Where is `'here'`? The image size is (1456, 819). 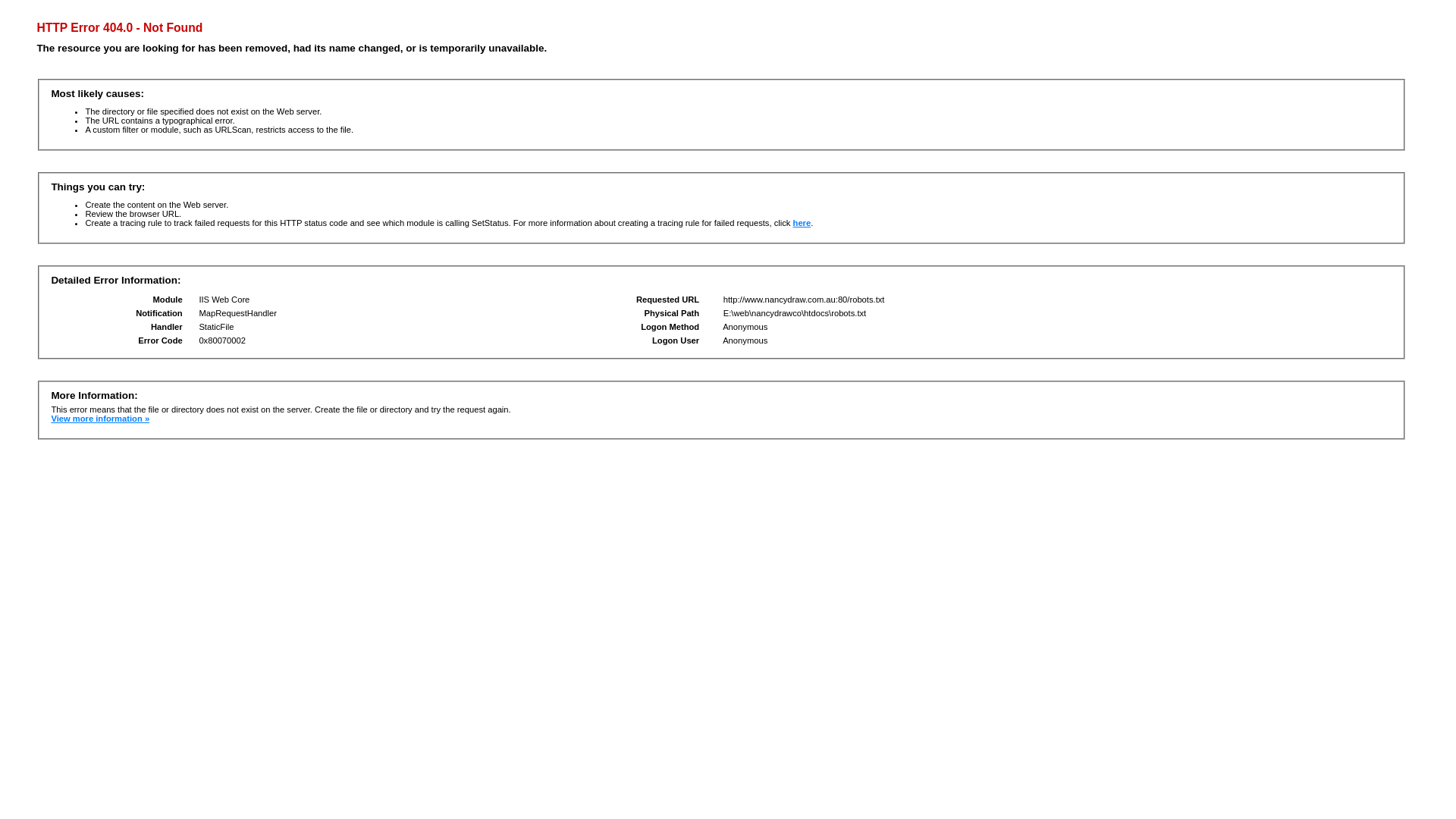
'here' is located at coordinates (792, 222).